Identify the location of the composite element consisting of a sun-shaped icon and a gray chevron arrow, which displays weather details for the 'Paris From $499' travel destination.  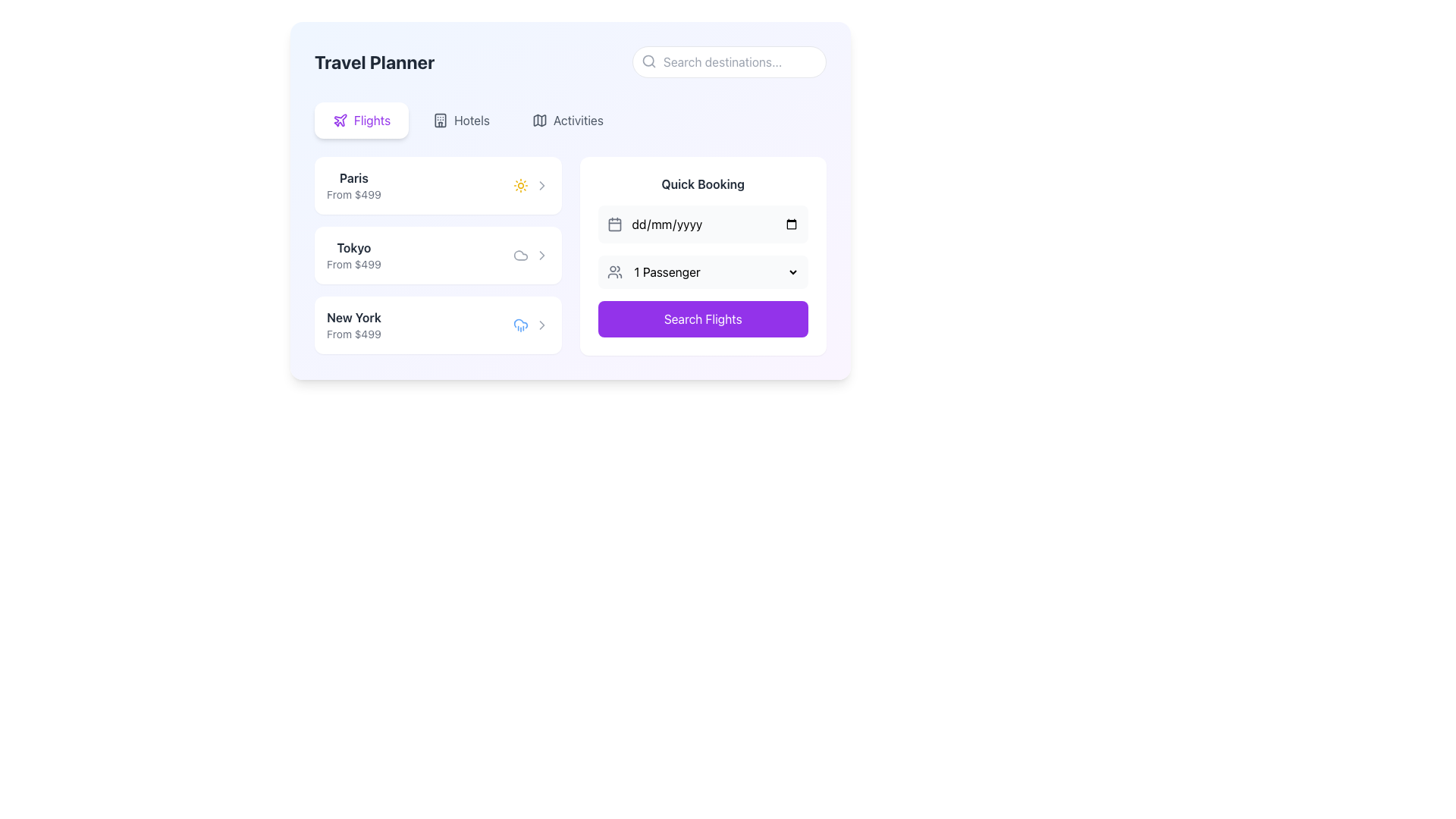
(531, 185).